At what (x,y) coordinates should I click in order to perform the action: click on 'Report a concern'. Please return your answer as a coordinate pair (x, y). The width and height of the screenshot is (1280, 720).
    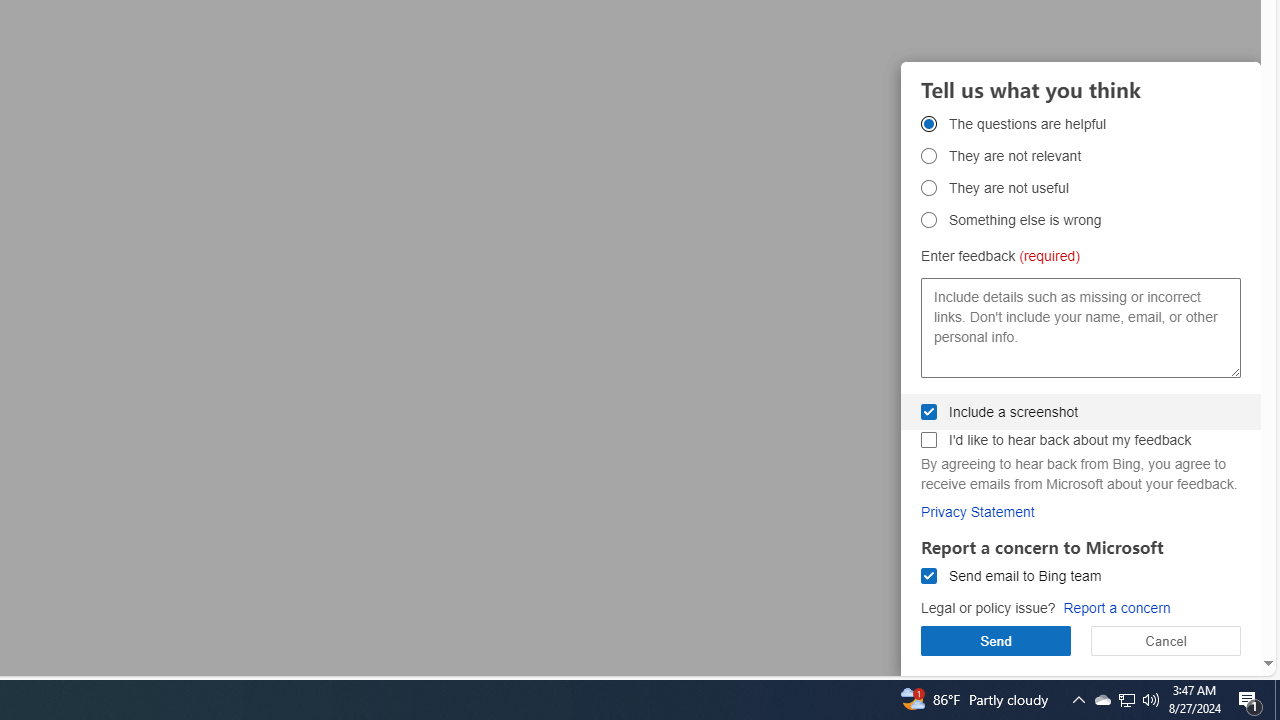
    Looking at the image, I should click on (1115, 607).